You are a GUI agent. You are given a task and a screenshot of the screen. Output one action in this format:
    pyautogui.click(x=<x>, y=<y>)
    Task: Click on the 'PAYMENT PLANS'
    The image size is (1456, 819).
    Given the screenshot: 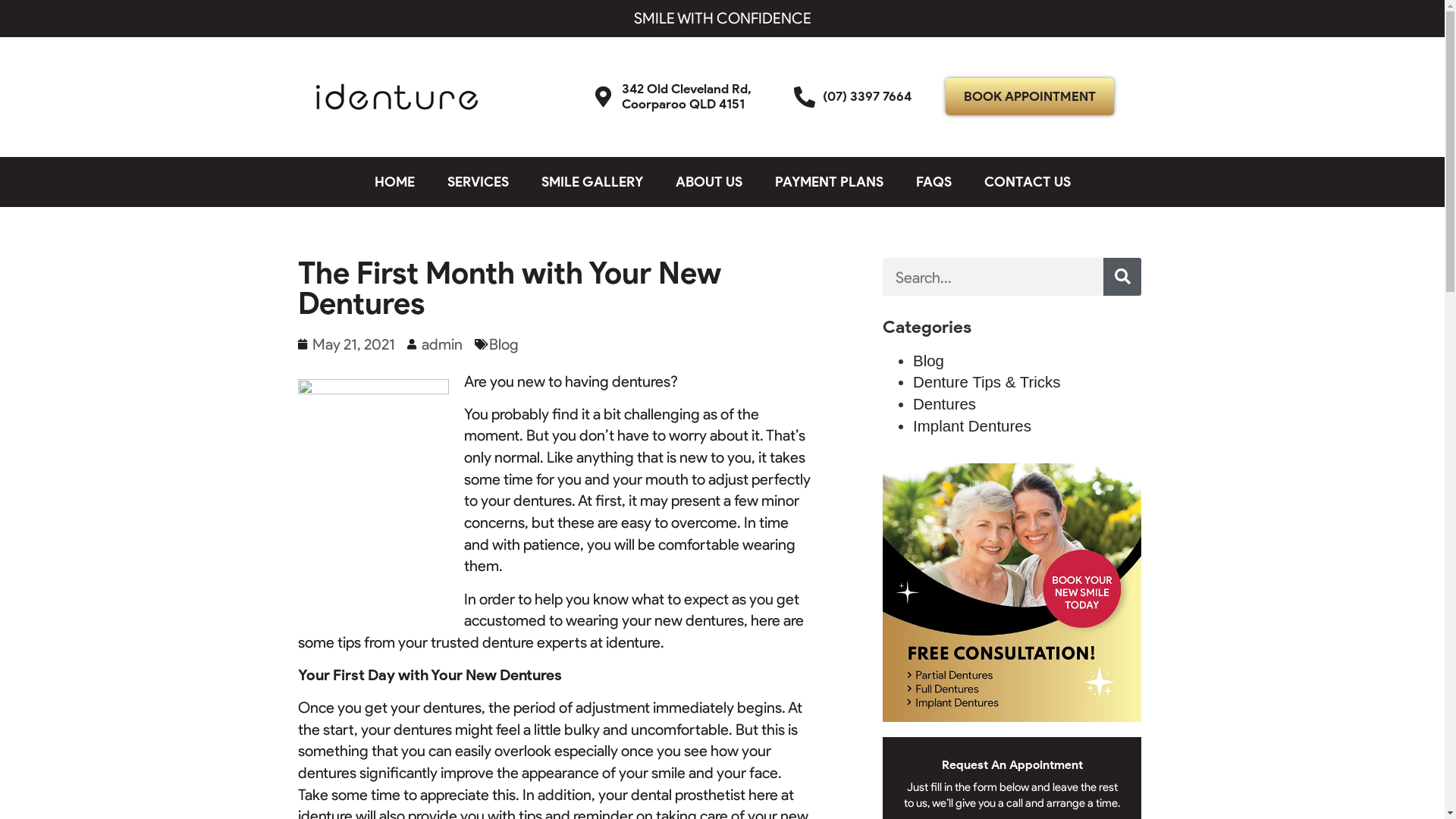 What is the action you would take?
    pyautogui.click(x=828, y=180)
    